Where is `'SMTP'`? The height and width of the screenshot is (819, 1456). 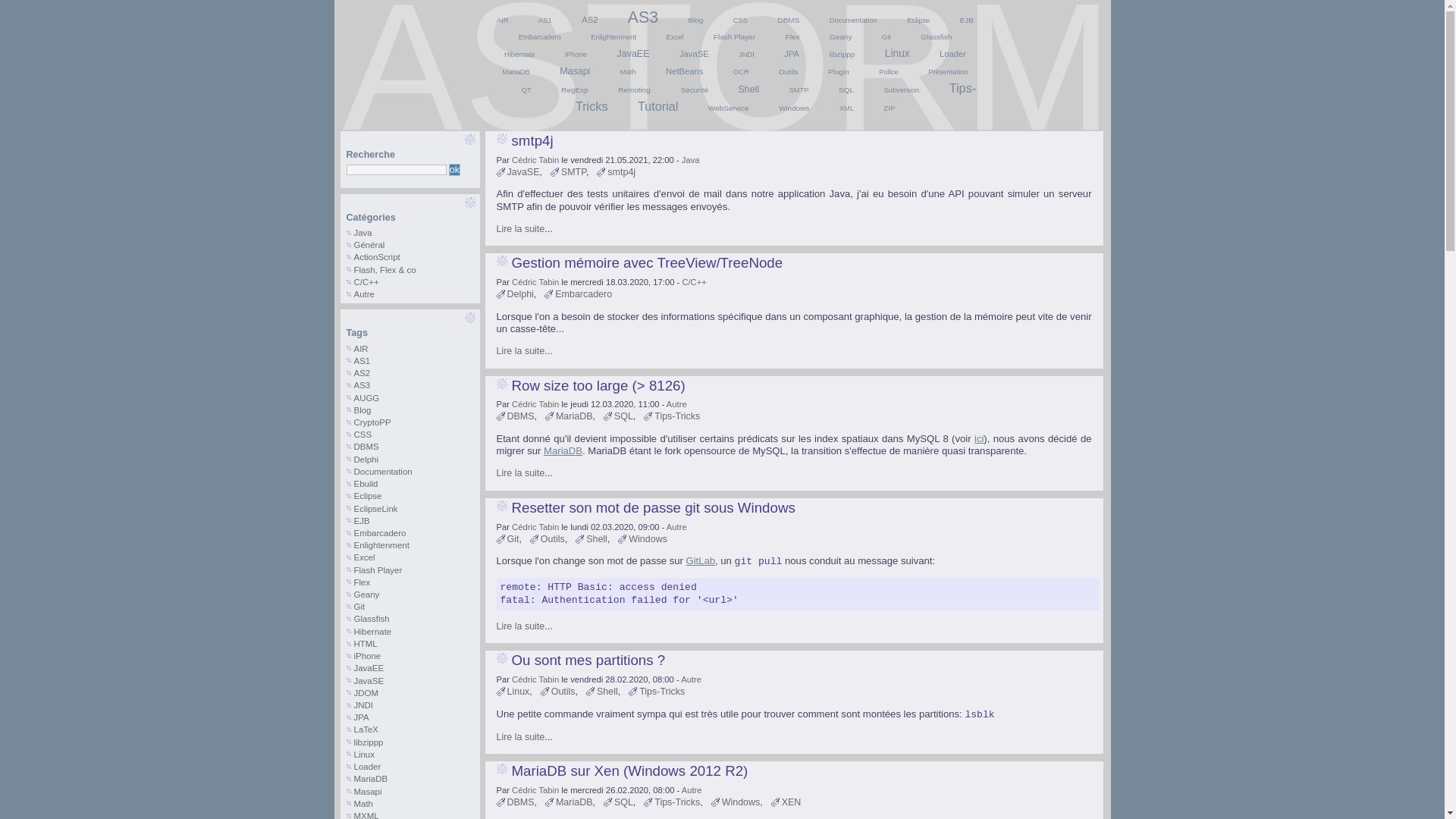
'SMTP' is located at coordinates (573, 171).